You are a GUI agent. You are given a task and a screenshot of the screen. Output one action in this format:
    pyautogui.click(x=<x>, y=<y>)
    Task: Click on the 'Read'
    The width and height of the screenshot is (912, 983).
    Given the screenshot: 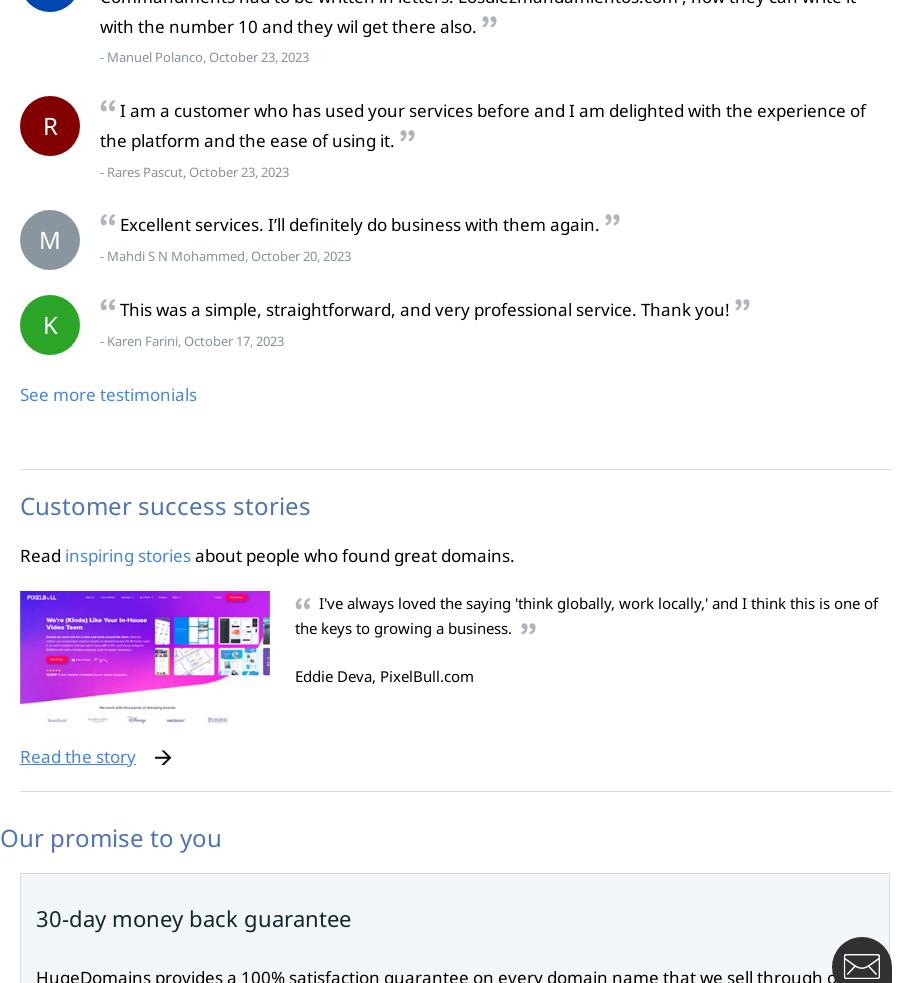 What is the action you would take?
    pyautogui.click(x=41, y=554)
    